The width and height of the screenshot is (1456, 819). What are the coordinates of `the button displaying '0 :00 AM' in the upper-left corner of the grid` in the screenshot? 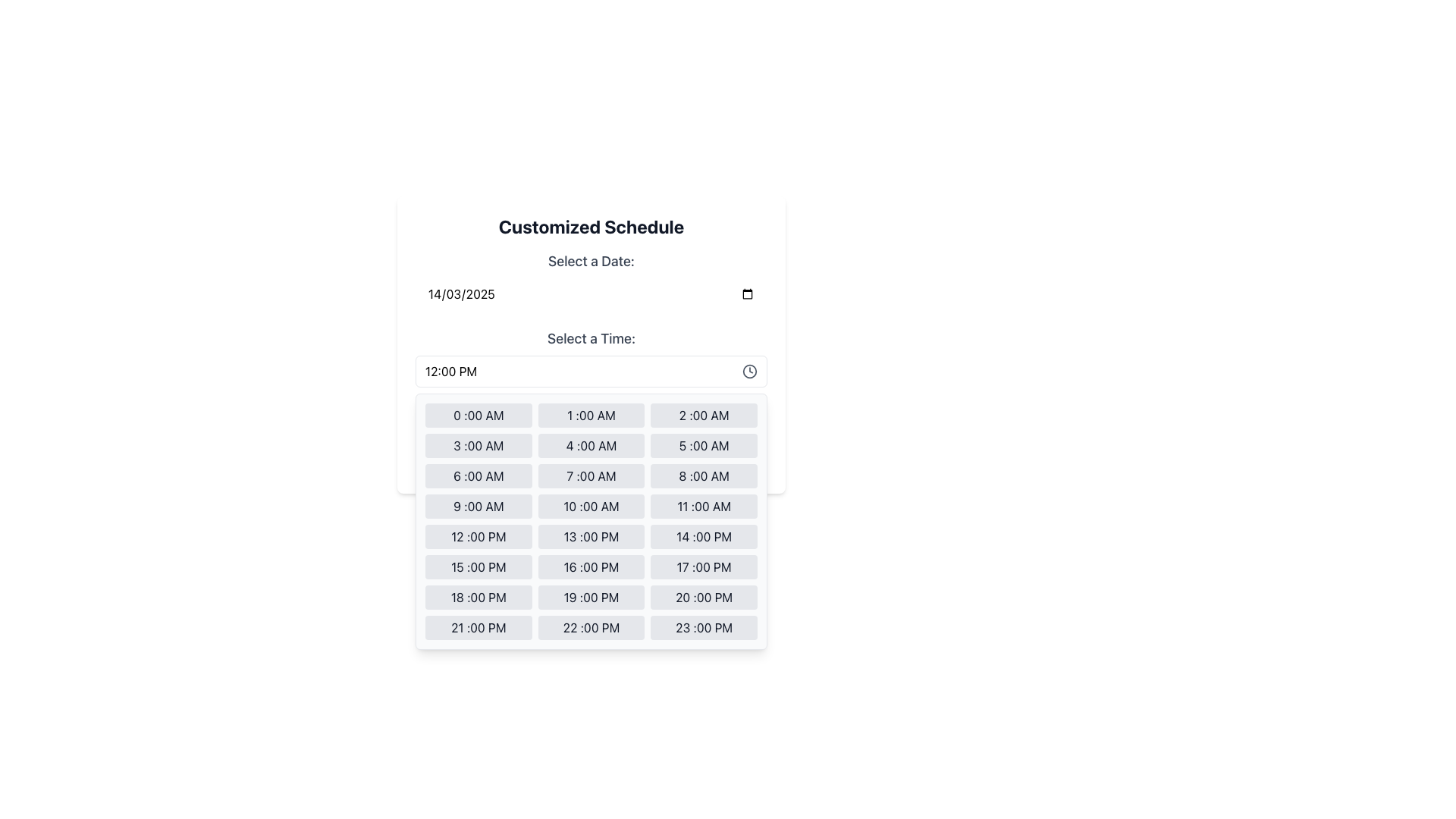 It's located at (478, 415).